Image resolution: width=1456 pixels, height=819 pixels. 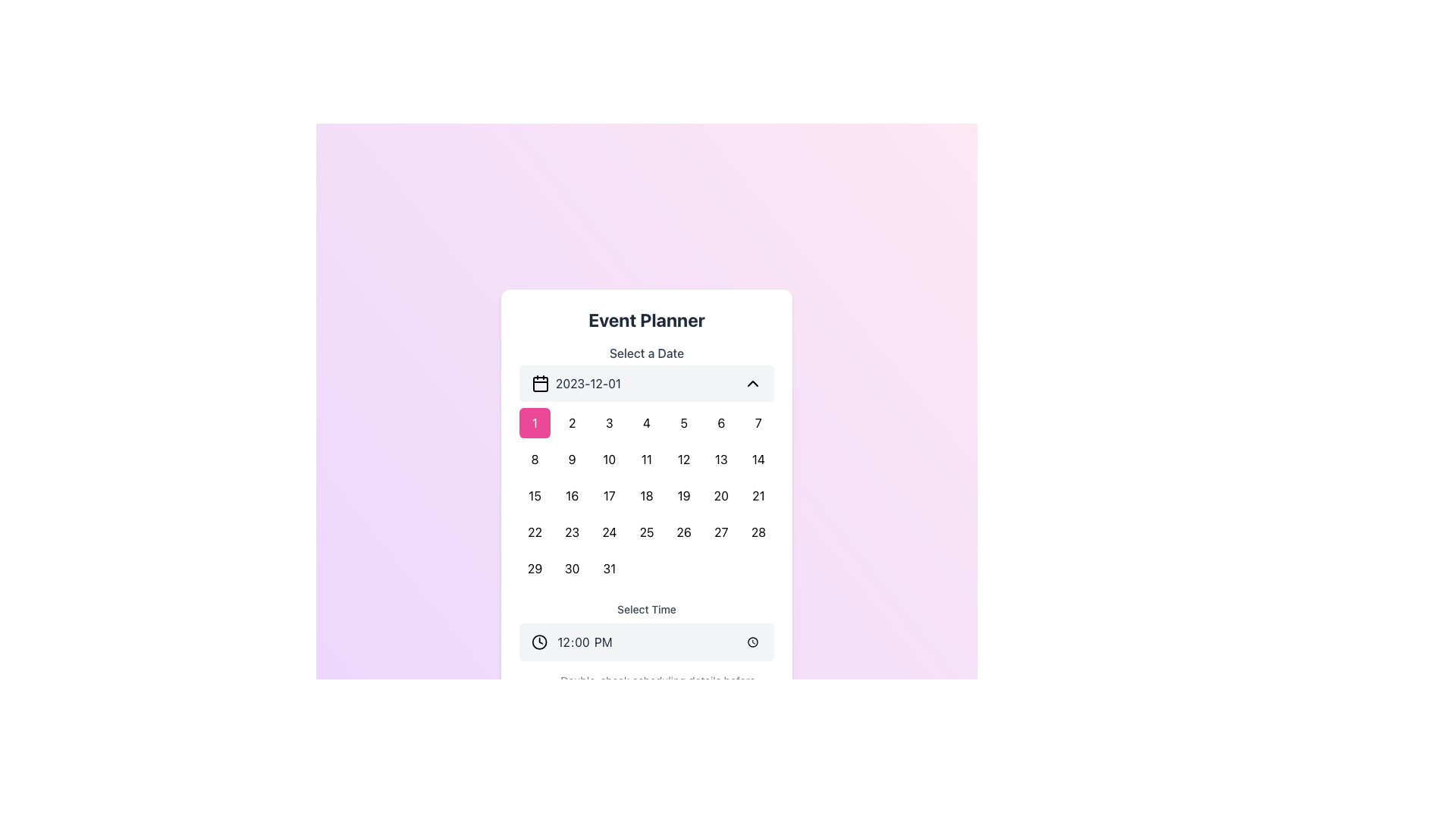 I want to click on the button styled as the 11th day in the calendar grid to trigger the hover effect, so click(x=647, y=458).